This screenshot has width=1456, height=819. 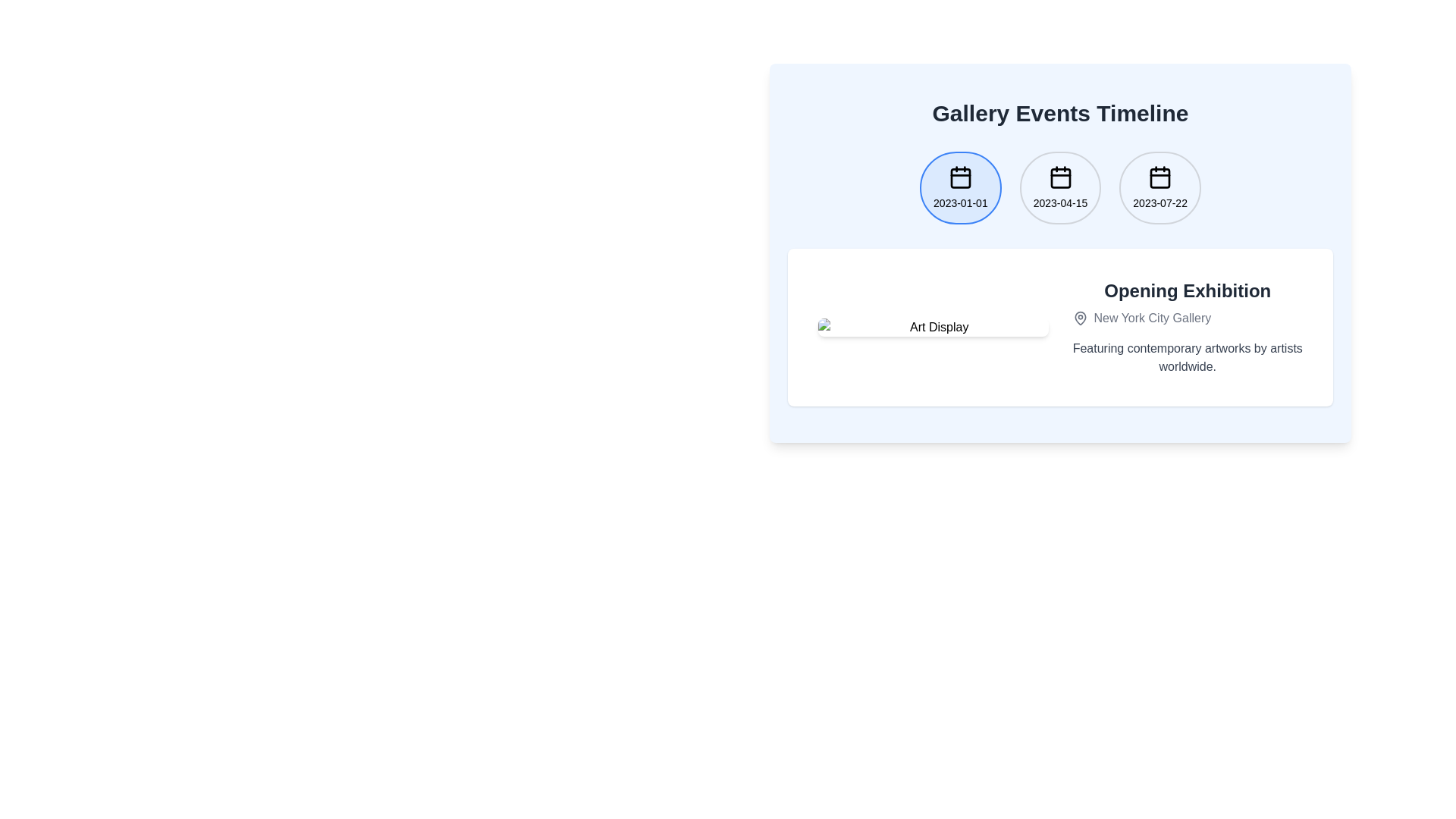 I want to click on the pin-shaped icon indicating a location in the 'Opening Exhibition' section near 'New York City Gallery' if it is interactive, so click(x=1079, y=318).